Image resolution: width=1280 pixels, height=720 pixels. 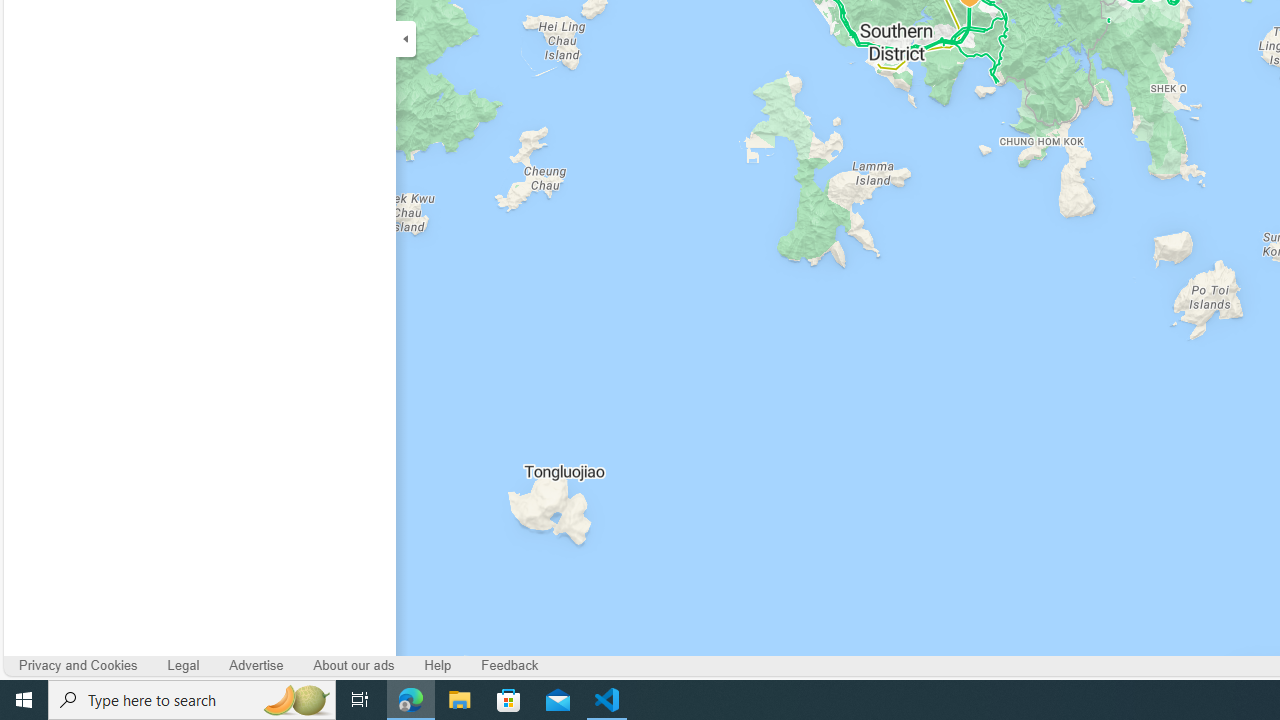 What do you see at coordinates (255, 665) in the screenshot?
I see `'Advertise'` at bounding box center [255, 665].